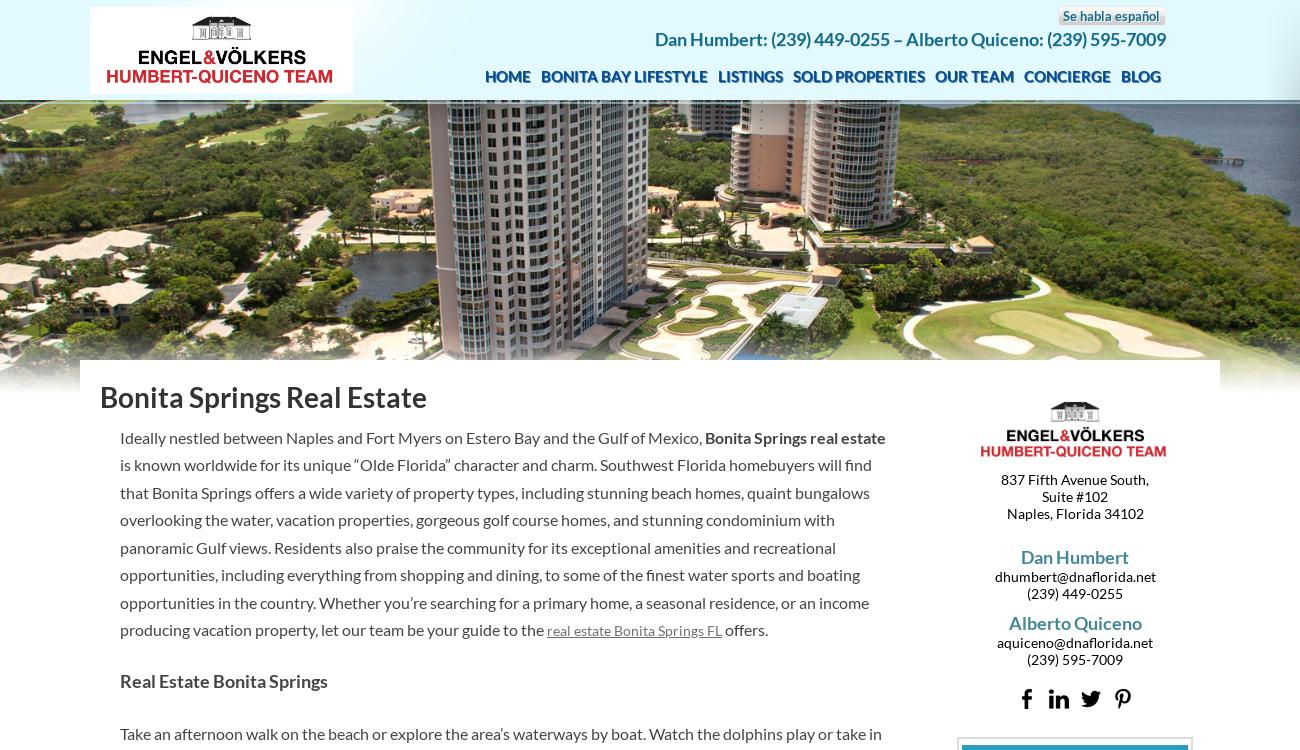 This screenshot has width=1300, height=750. Describe the element at coordinates (412, 437) in the screenshot. I see `'Ideally nestled between Naples and Fort Myers on Estero Bay and the Gulf of Mexico,'` at that location.